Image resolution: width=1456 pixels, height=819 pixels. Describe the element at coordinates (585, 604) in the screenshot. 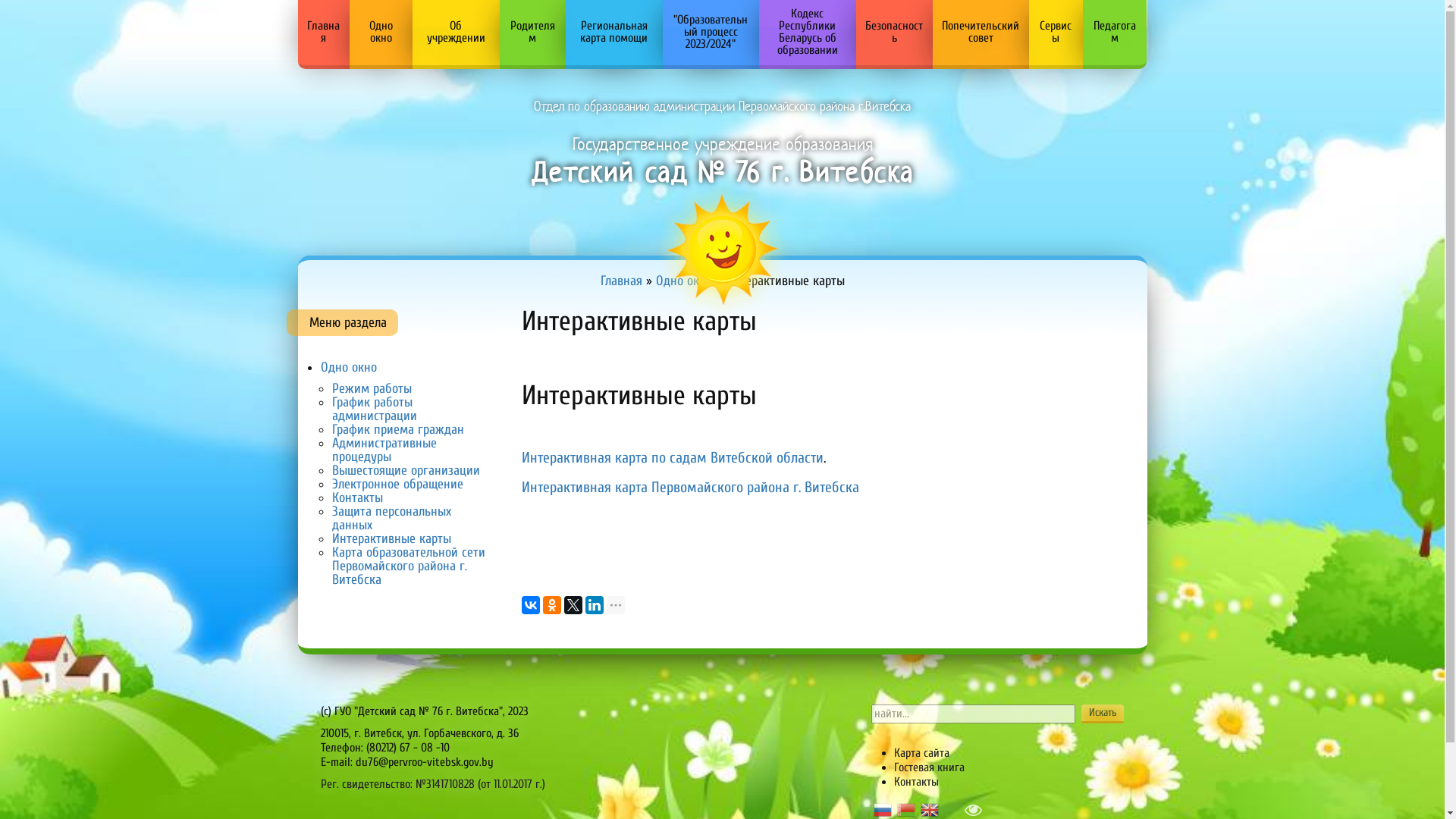

I see `'LinkedIn'` at that location.